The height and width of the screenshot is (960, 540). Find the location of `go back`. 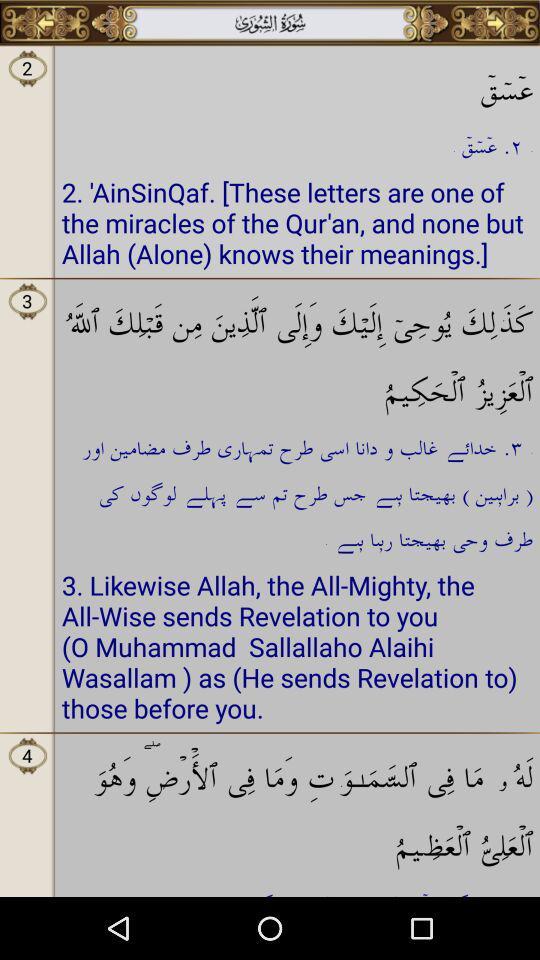

go back is located at coordinates (45, 22).